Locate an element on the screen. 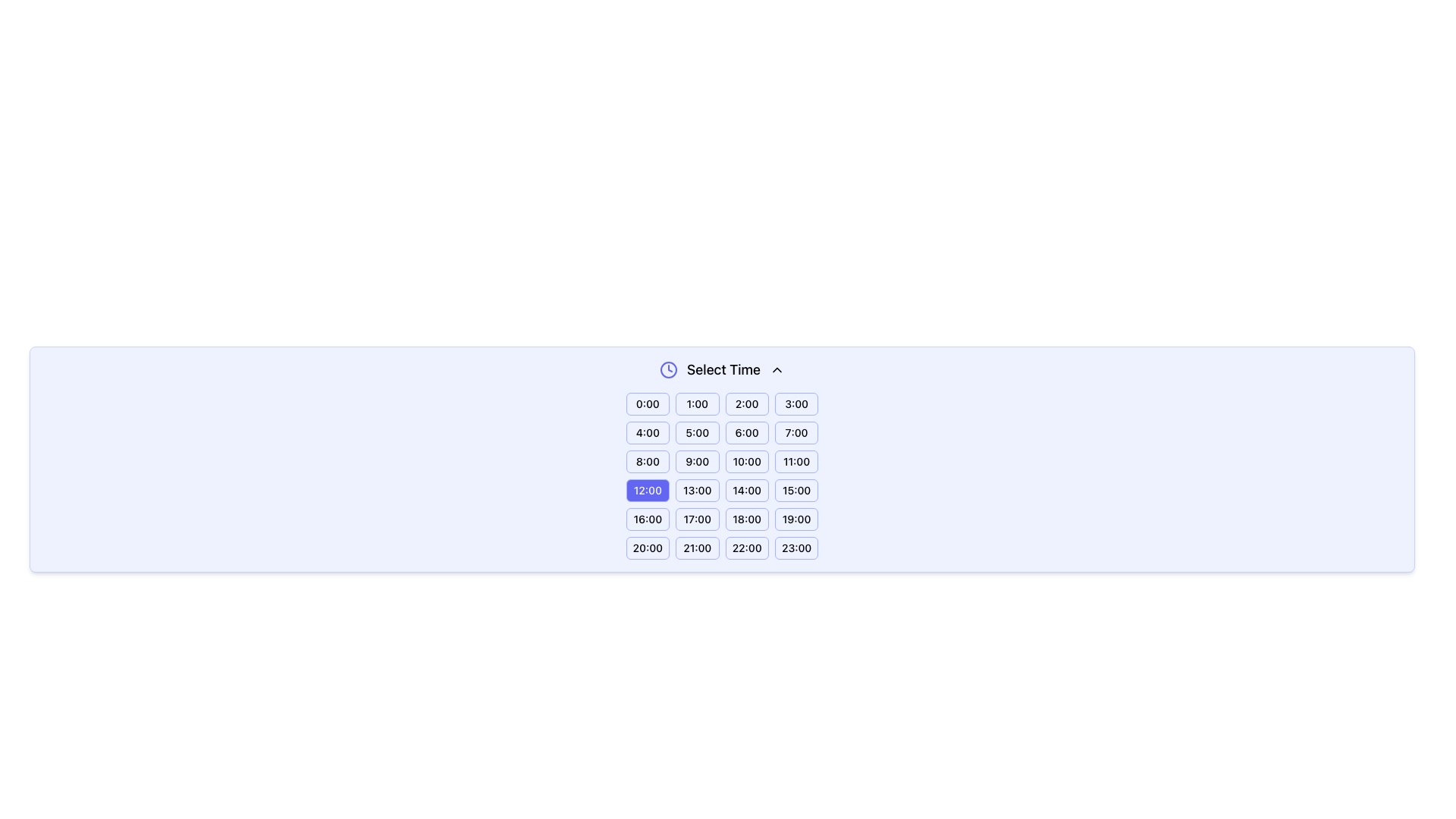 This screenshot has width=1456, height=819. the downward chevron icon adjacent to the 'Select Time' text is located at coordinates (777, 370).